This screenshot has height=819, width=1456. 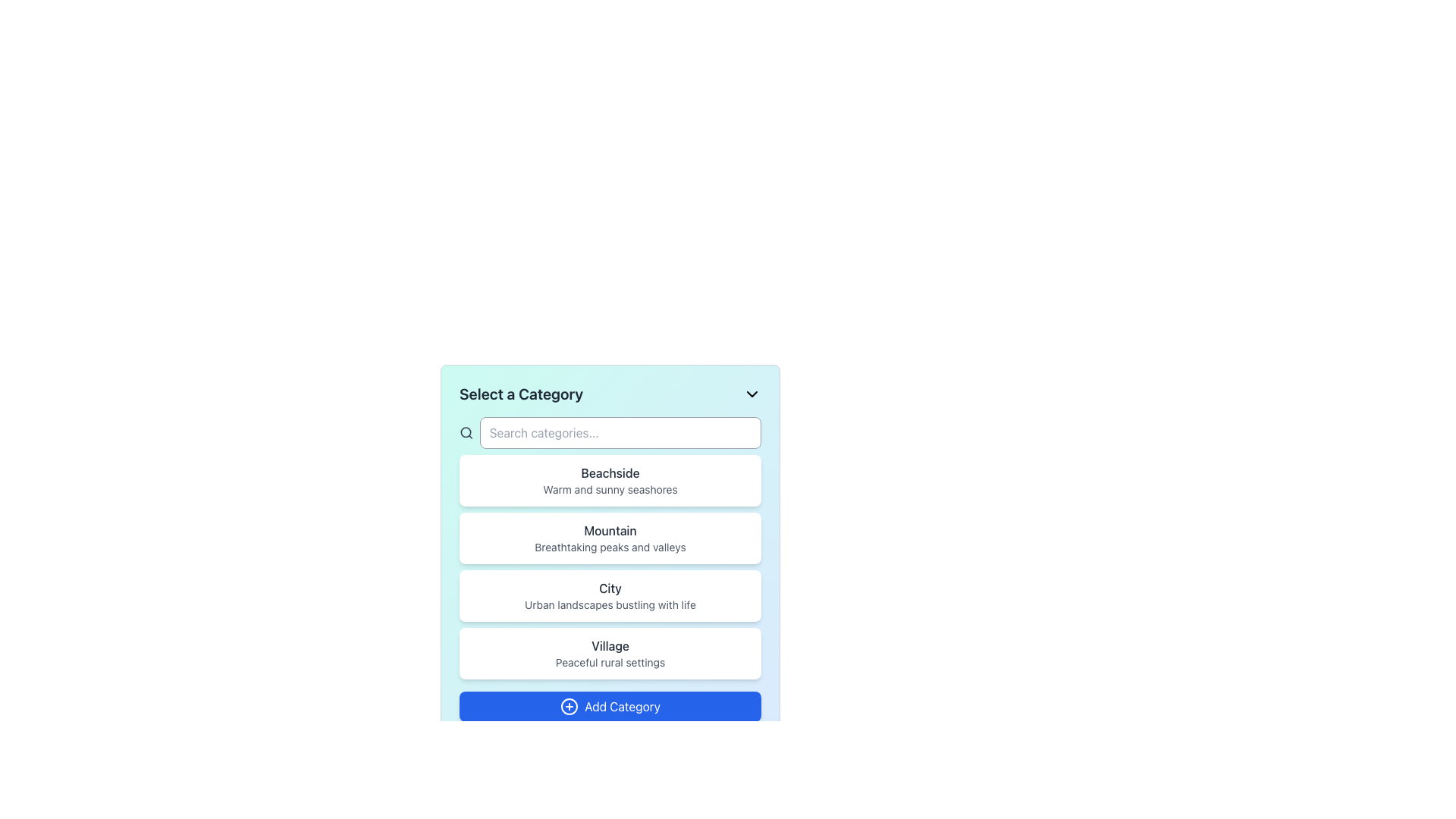 I want to click on the descriptive text label for the 'Beachside' selection option, which provides additional information about the choice, so click(x=610, y=489).